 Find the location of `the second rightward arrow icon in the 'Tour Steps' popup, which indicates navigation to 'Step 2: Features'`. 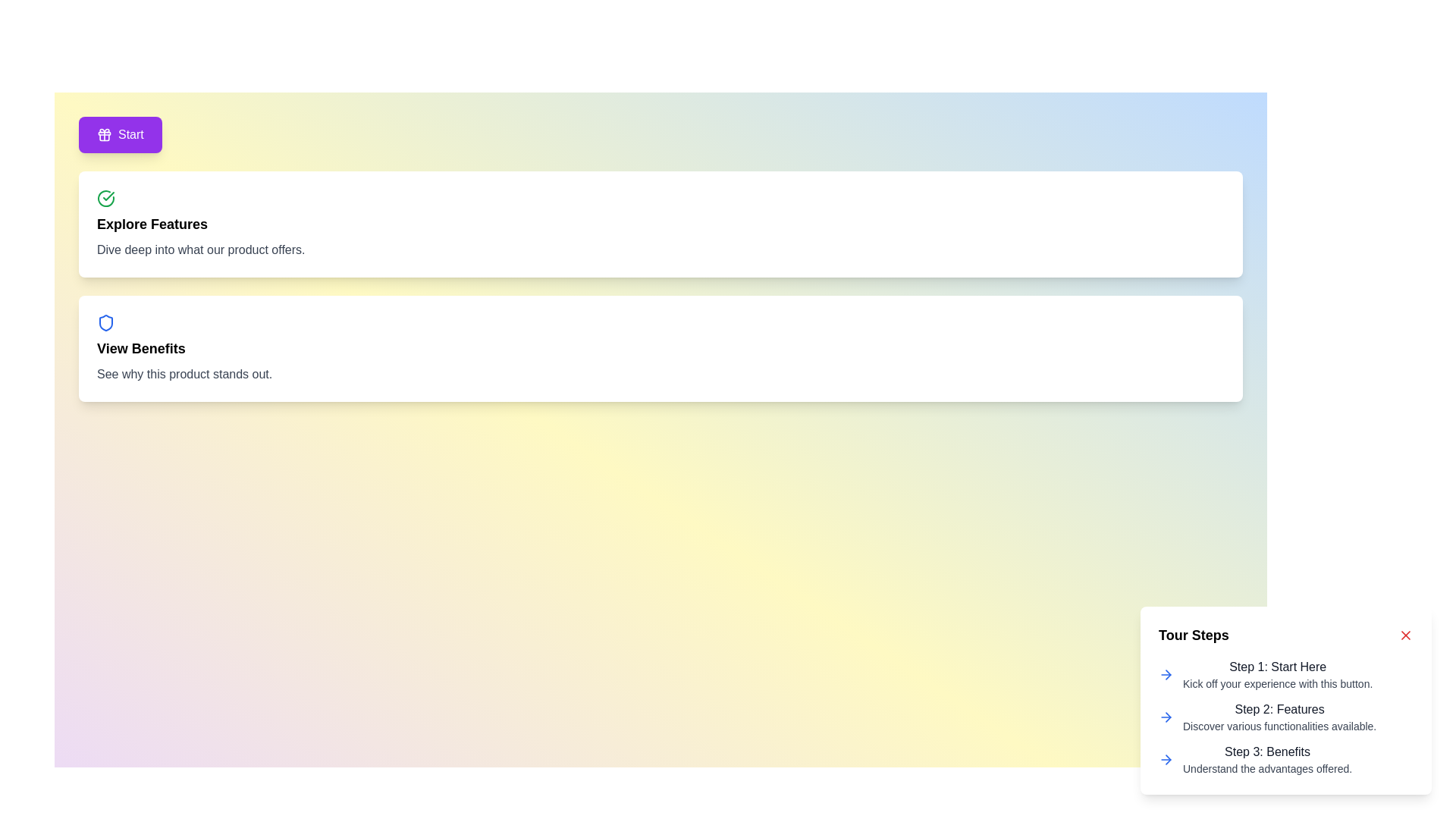

the second rightward arrow icon in the 'Tour Steps' popup, which indicates navigation to 'Step 2: Features' is located at coordinates (1167, 717).